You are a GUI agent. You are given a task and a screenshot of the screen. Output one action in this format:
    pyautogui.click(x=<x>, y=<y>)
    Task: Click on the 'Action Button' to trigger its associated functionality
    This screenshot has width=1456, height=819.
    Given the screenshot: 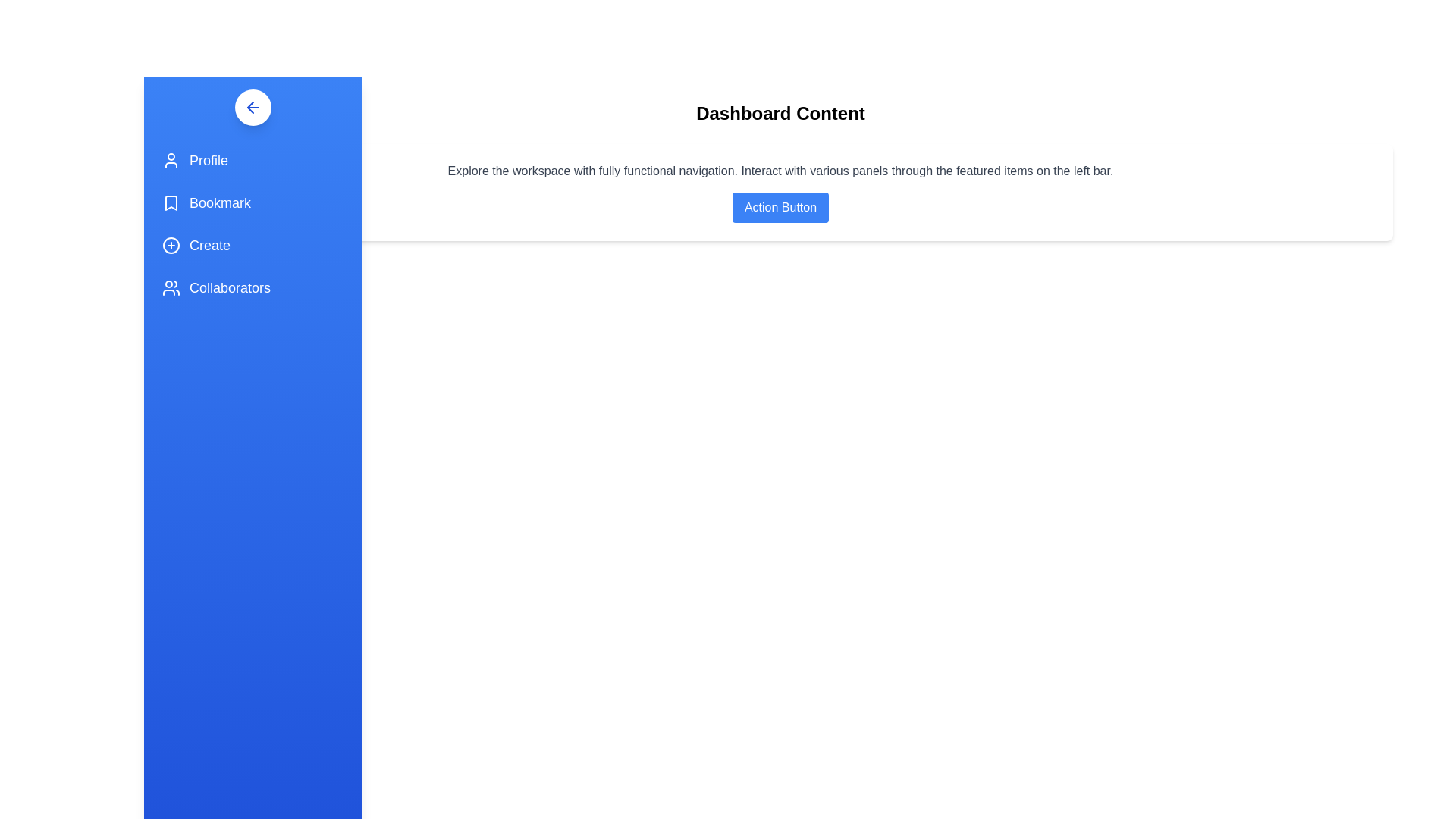 What is the action you would take?
    pyautogui.click(x=780, y=207)
    